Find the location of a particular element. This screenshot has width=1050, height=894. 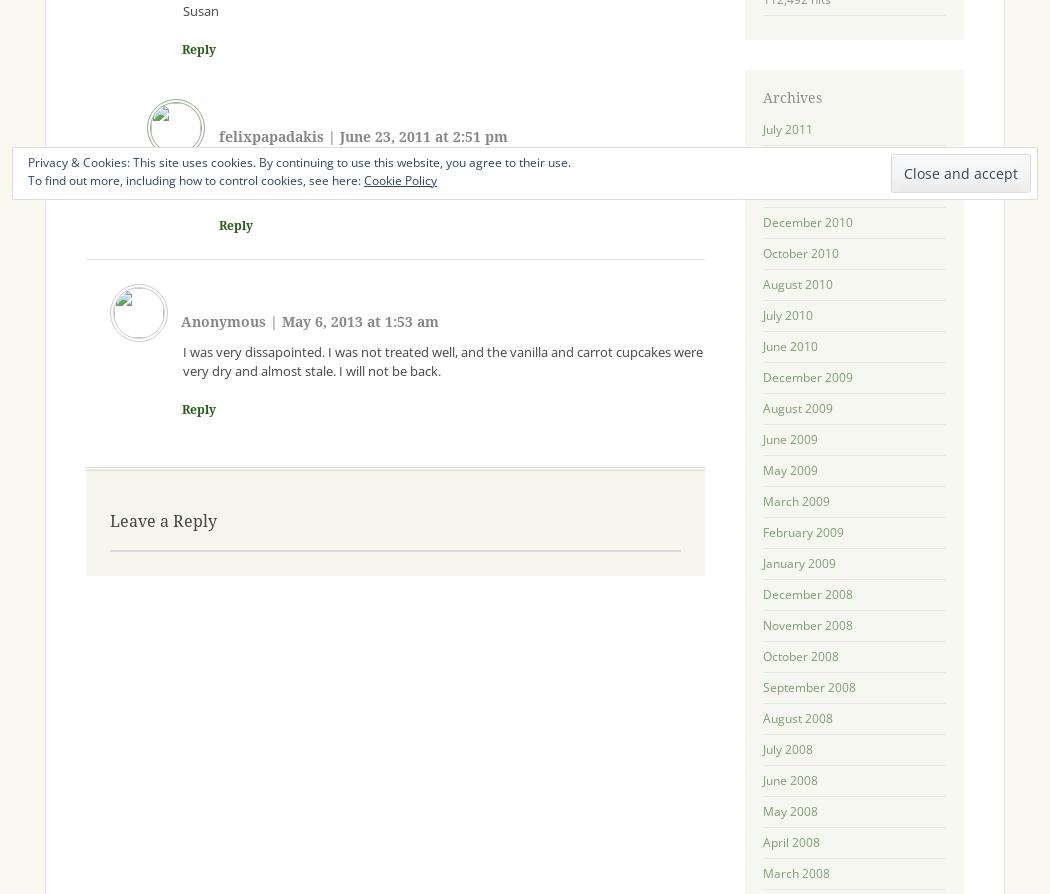

'May 6, 2013 at 1:53 am' is located at coordinates (359, 320).